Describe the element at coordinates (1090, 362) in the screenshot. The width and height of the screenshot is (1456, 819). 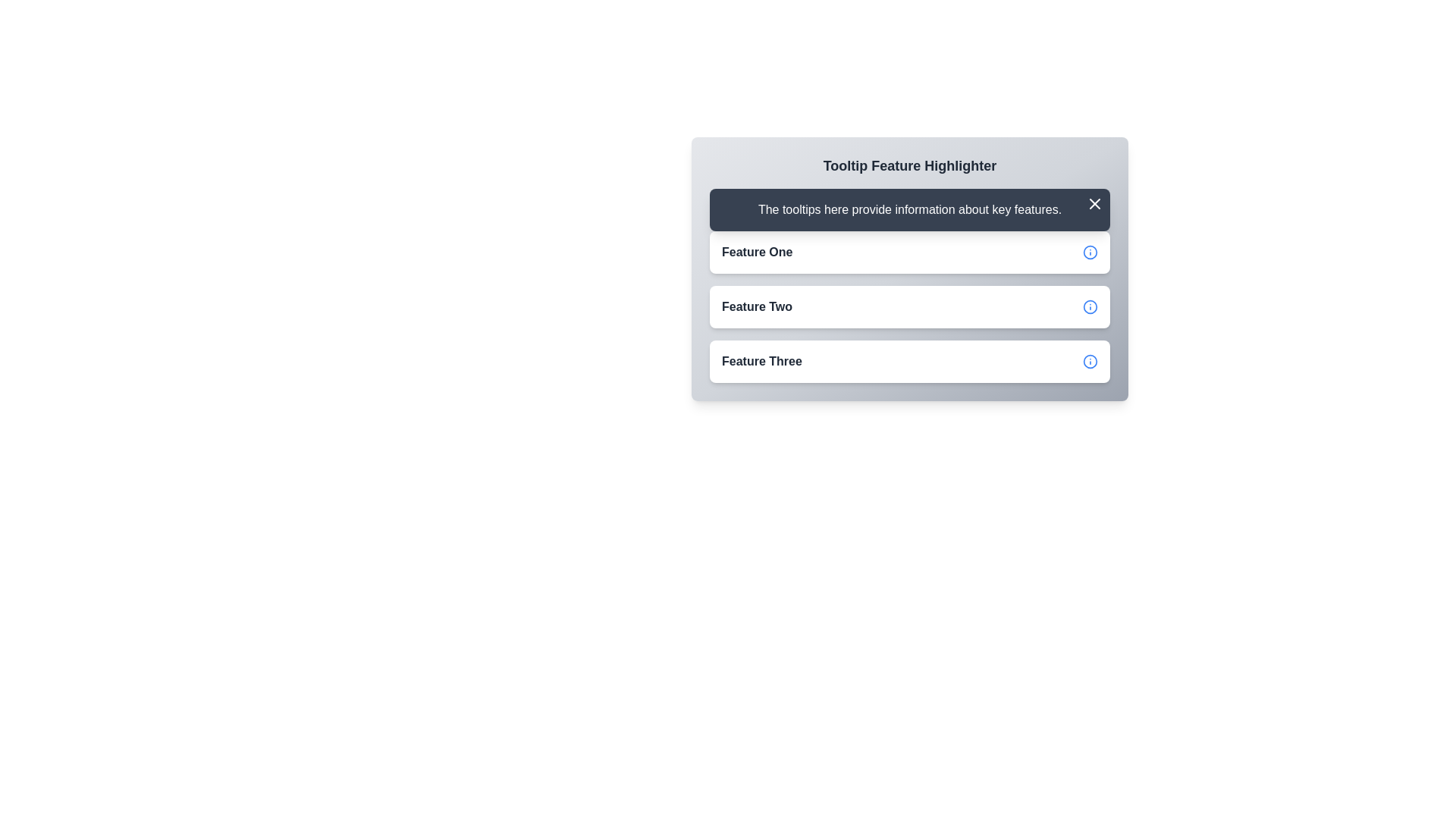
I see `the circular icon in the rightmost area of the 'Feature Three' row, which indicates or highlights information or an action associated with this feature` at that location.